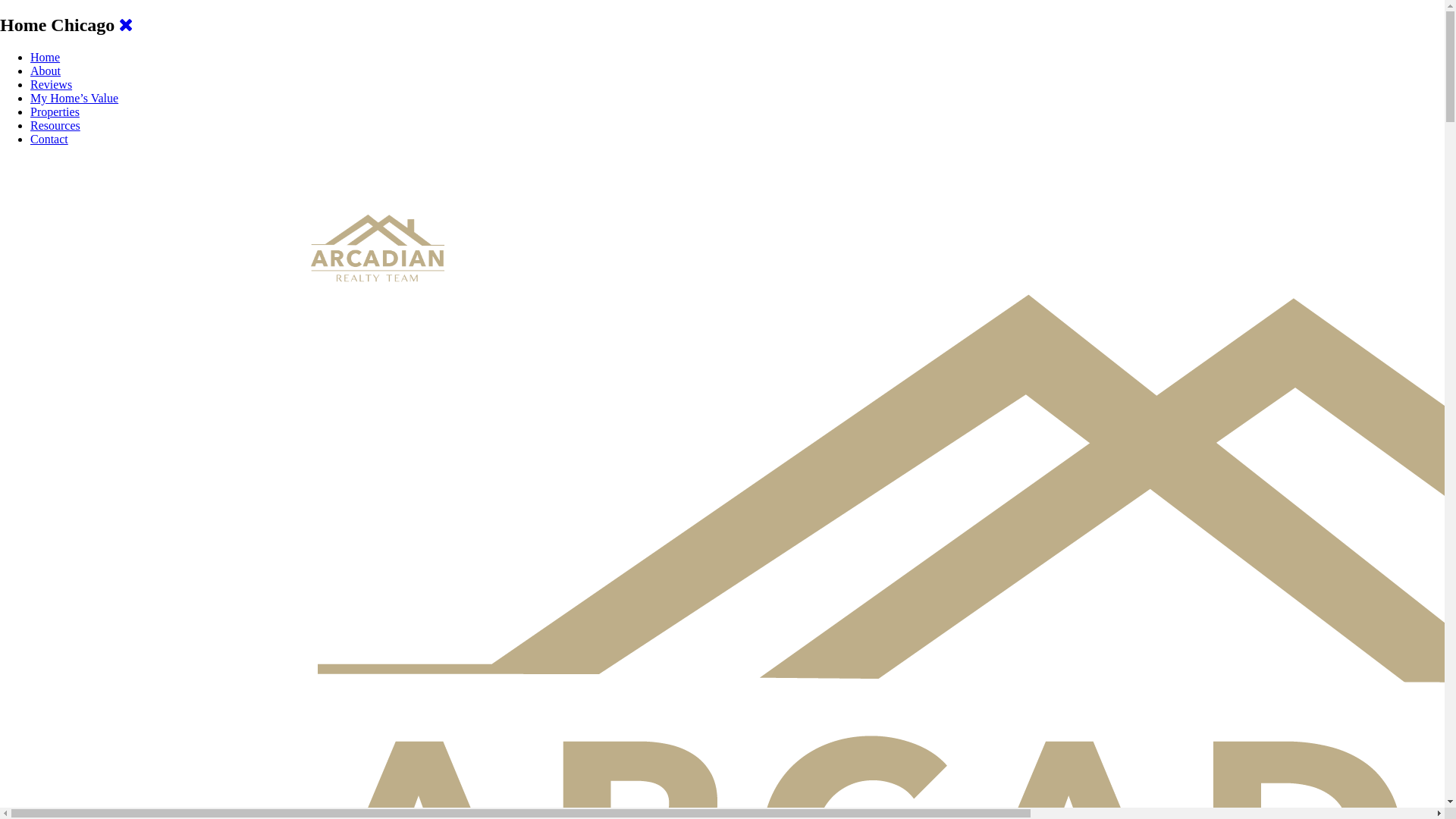 Image resolution: width=1456 pixels, height=819 pixels. What do you see at coordinates (45, 56) in the screenshot?
I see `'Home'` at bounding box center [45, 56].